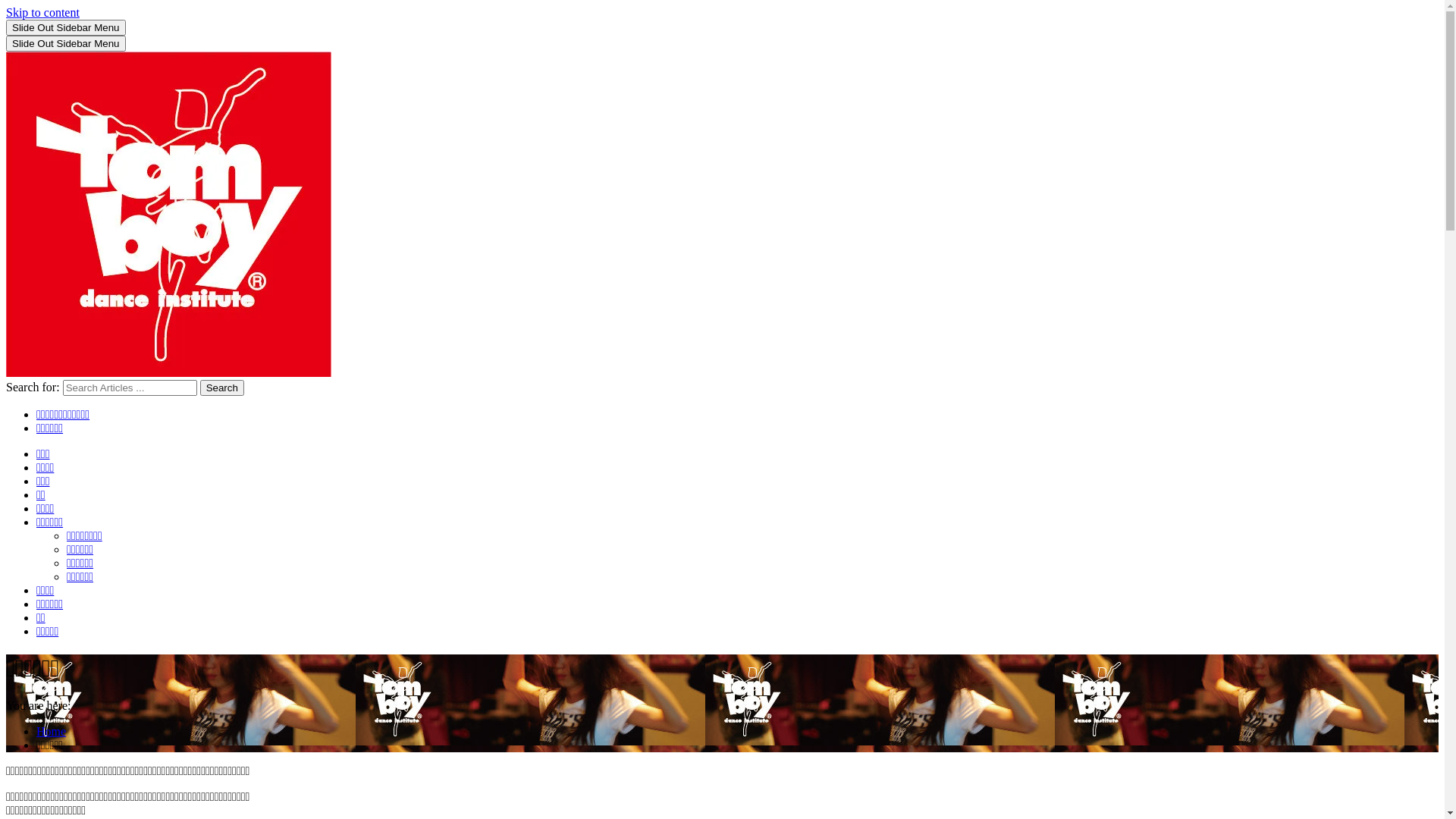 The image size is (1456, 819). Describe the element at coordinates (42, 12) in the screenshot. I see `'Skip to content'` at that location.